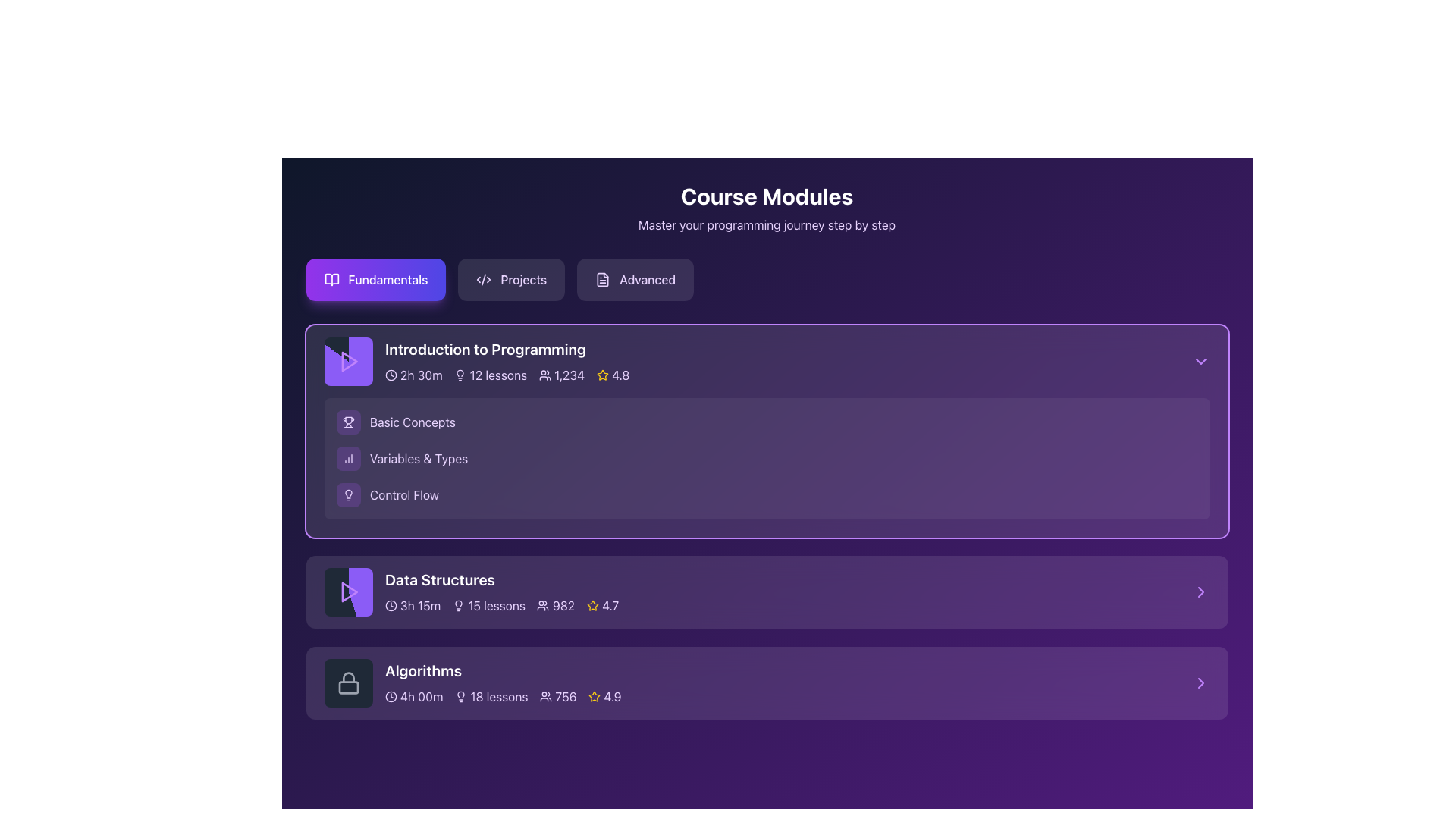 This screenshot has height=819, width=1456. I want to click on information displayed in the course module summary panel for 'Algorithms', which includes details such as duration, number of lessons, number of students enrolled, and course rating, so click(503, 683).